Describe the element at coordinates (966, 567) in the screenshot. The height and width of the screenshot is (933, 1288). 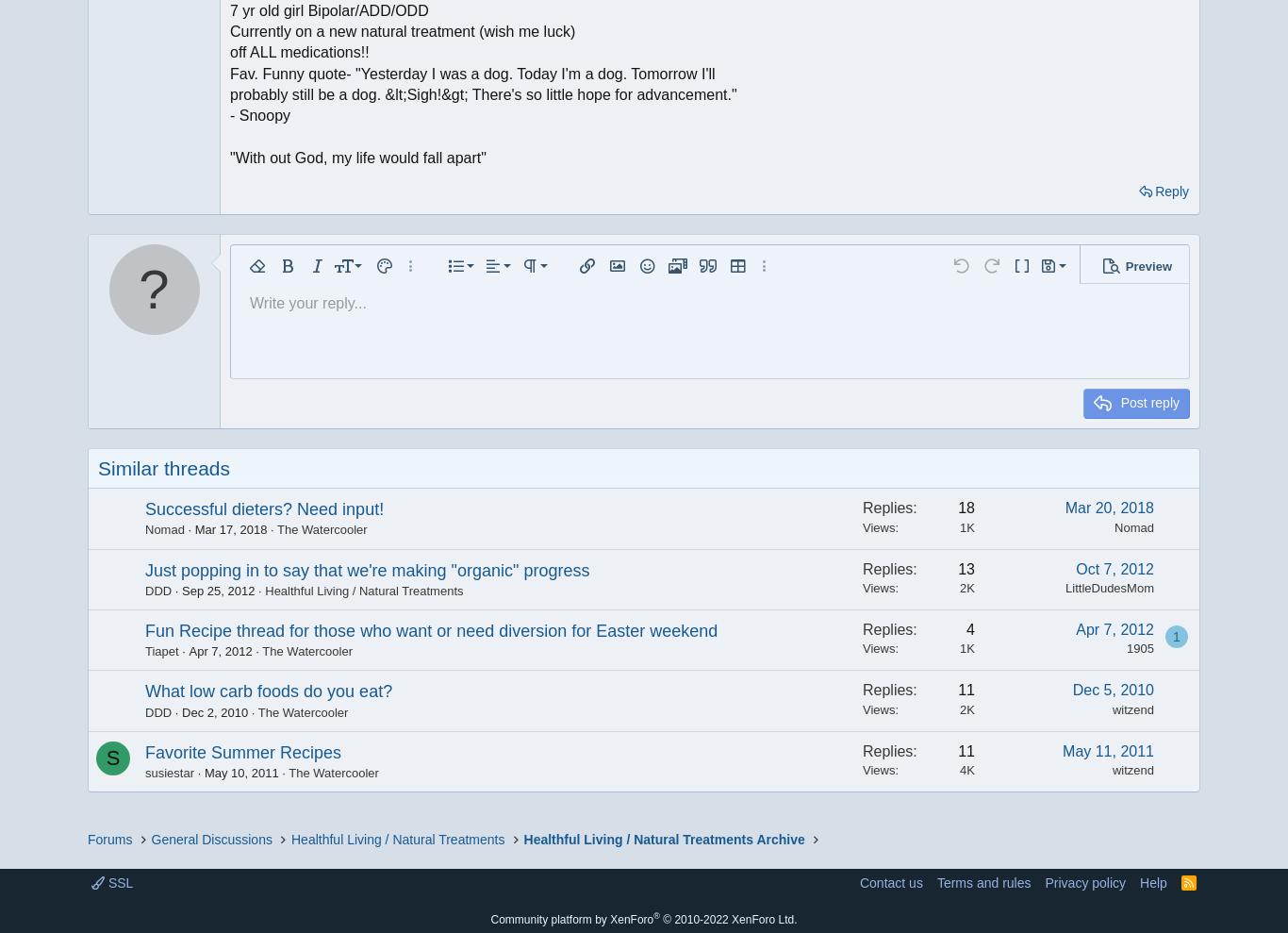
I see `'13'` at that location.